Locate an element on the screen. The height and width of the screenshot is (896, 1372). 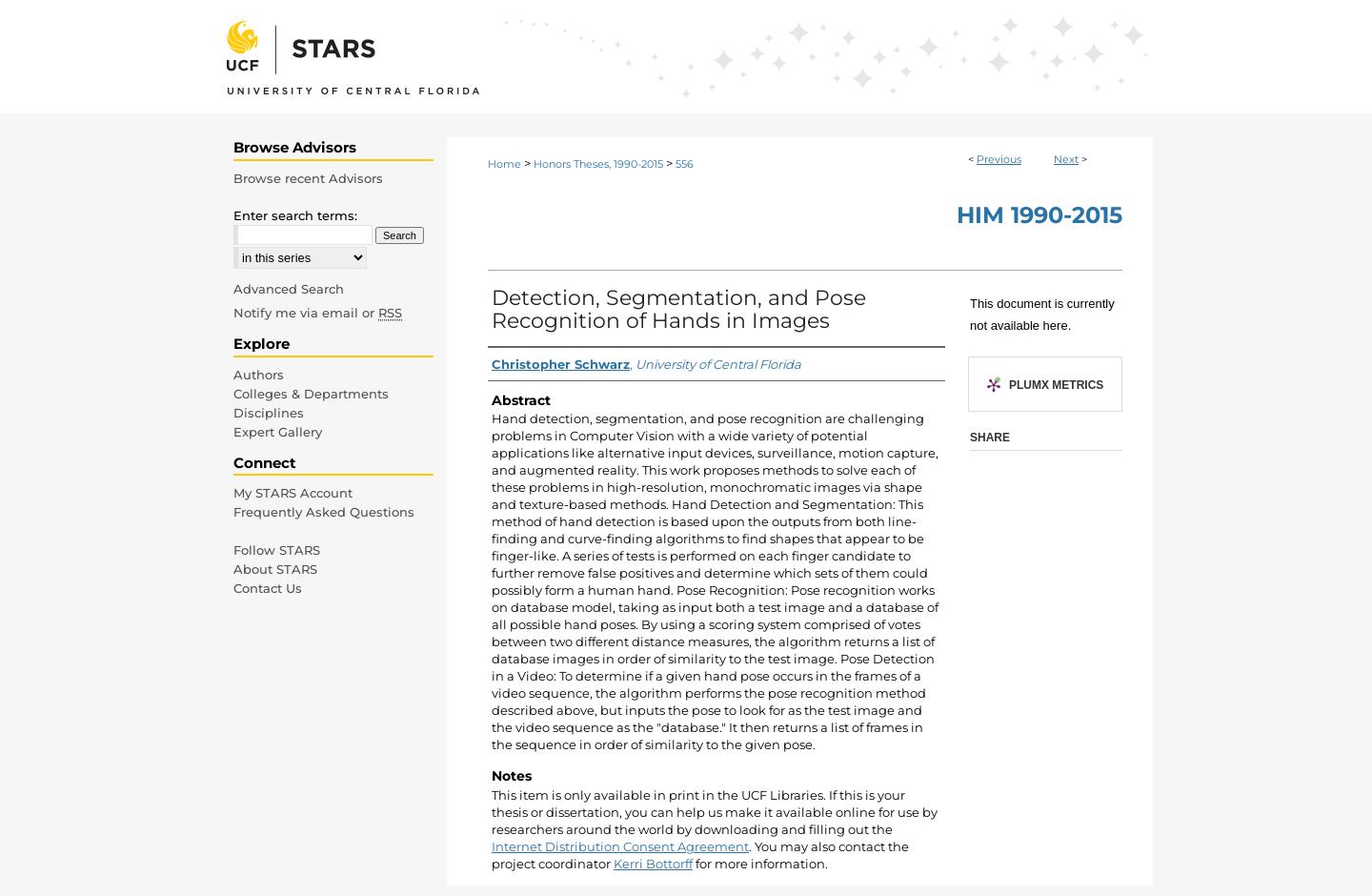
'This item is only available in print in the UCF Libraries. If this is your thesis or dissertation, you can help us make it available online for use by researchers around the world by downloading and filling out the' is located at coordinates (490, 809).